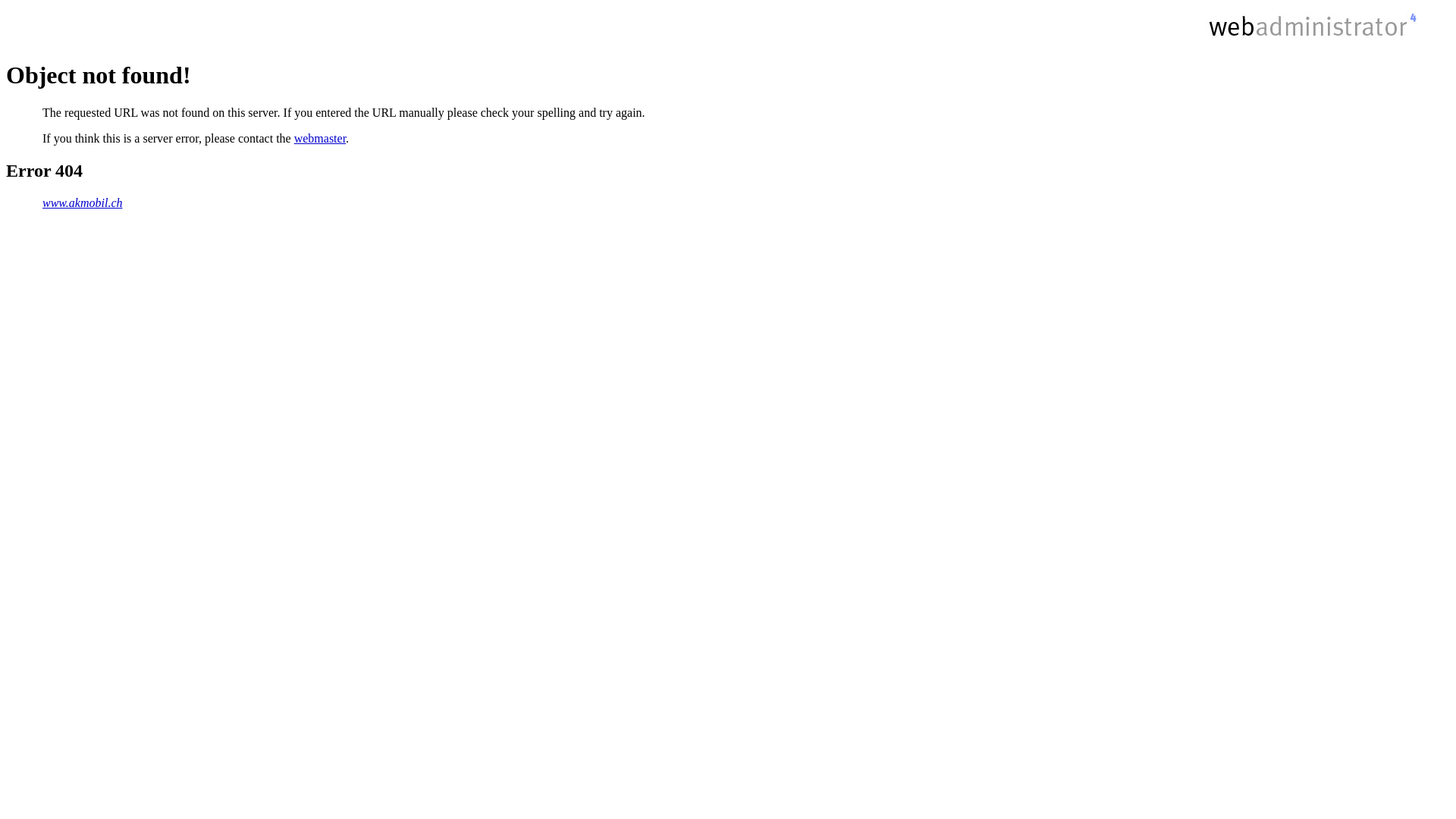 The width and height of the screenshot is (1456, 819). What do you see at coordinates (319, 138) in the screenshot?
I see `'webmaster'` at bounding box center [319, 138].